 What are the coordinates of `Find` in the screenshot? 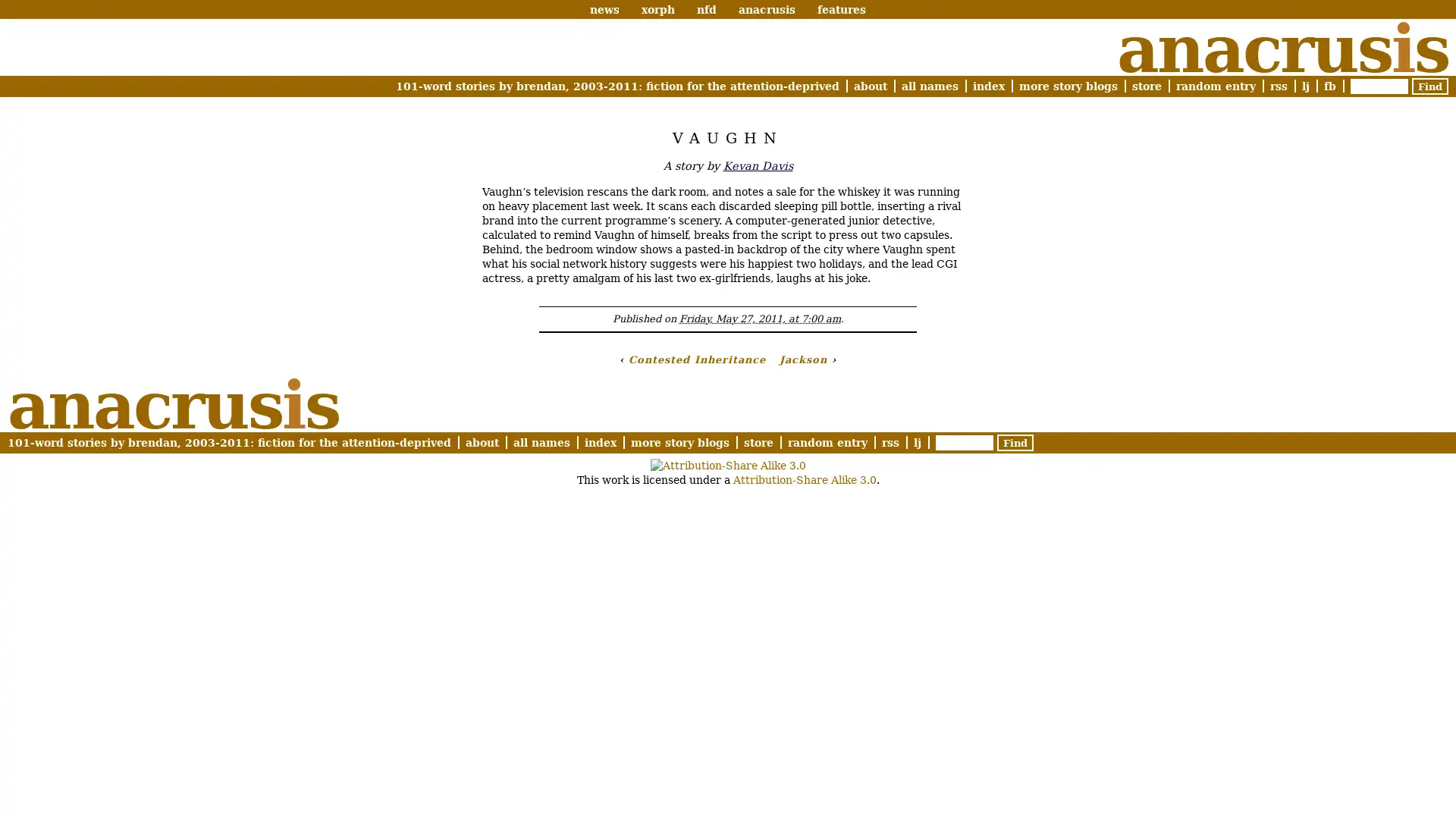 It's located at (1015, 441).